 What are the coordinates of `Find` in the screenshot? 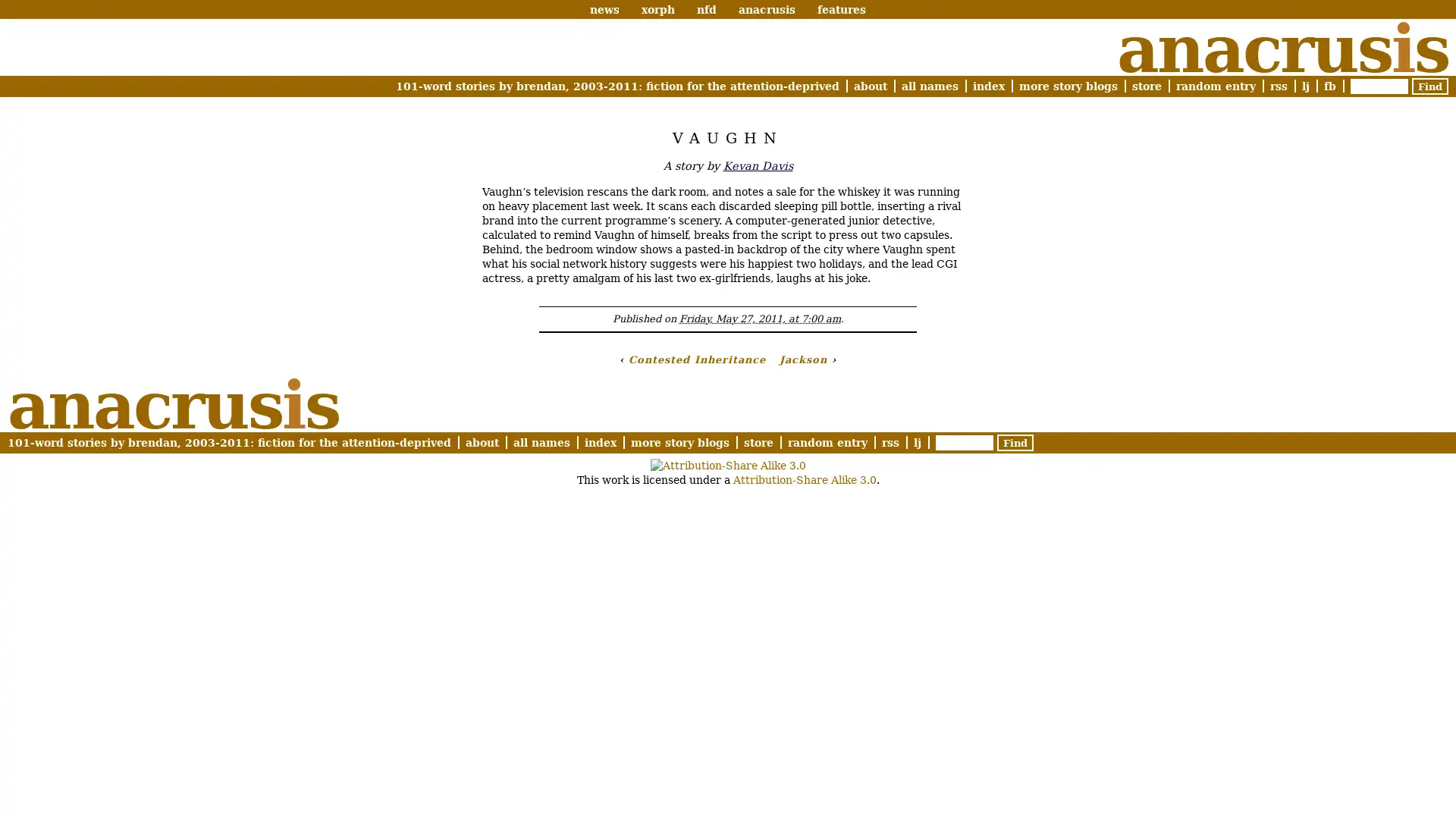 It's located at (1015, 441).